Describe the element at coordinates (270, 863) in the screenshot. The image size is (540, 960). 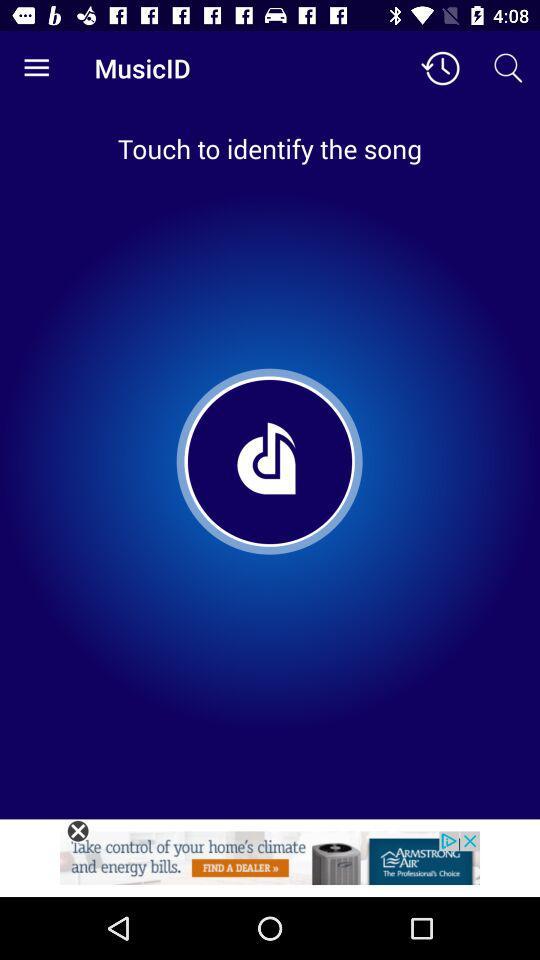
I see `see the advertisement` at that location.